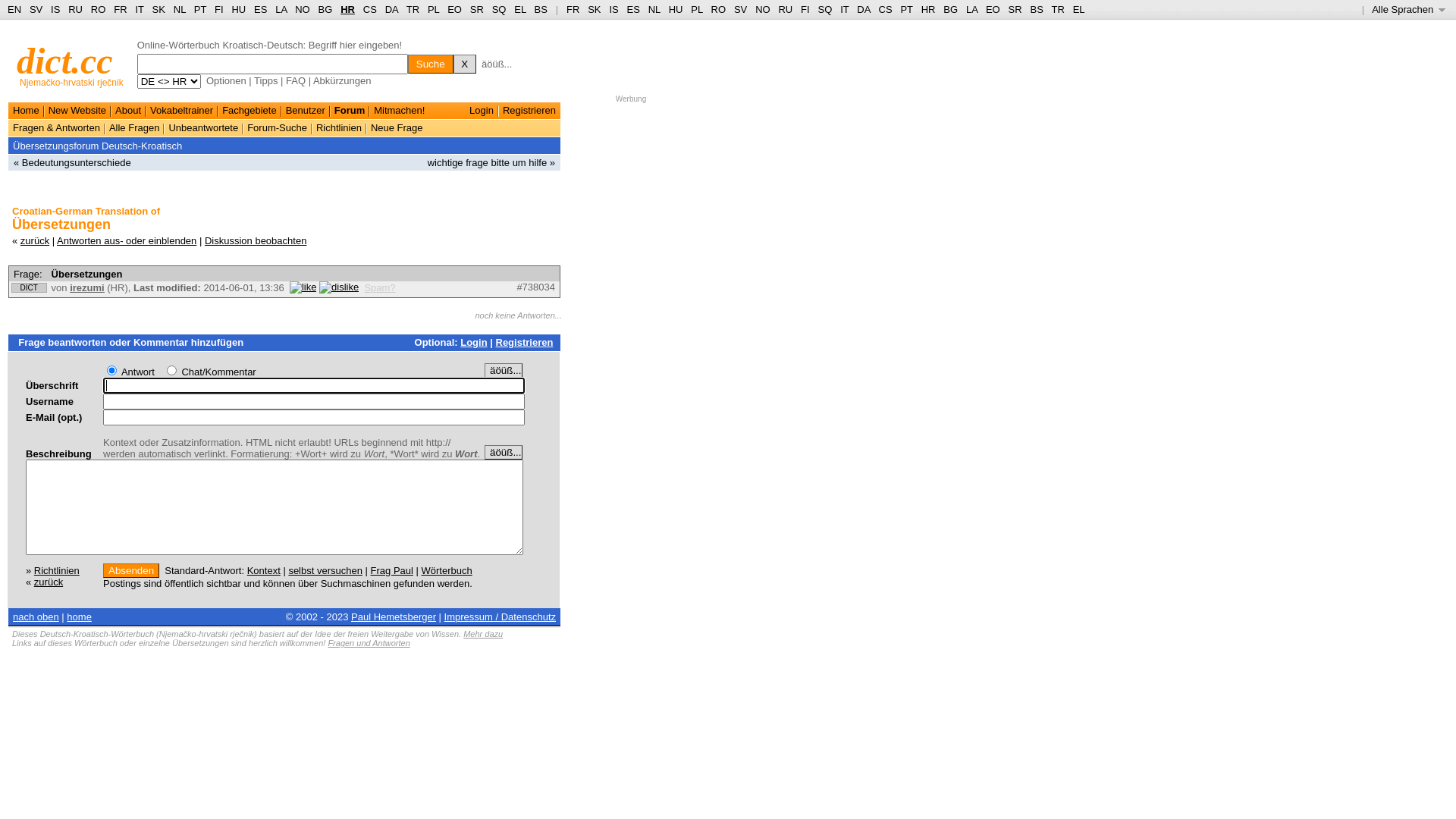  What do you see at coordinates (413, 9) in the screenshot?
I see `'TR'` at bounding box center [413, 9].